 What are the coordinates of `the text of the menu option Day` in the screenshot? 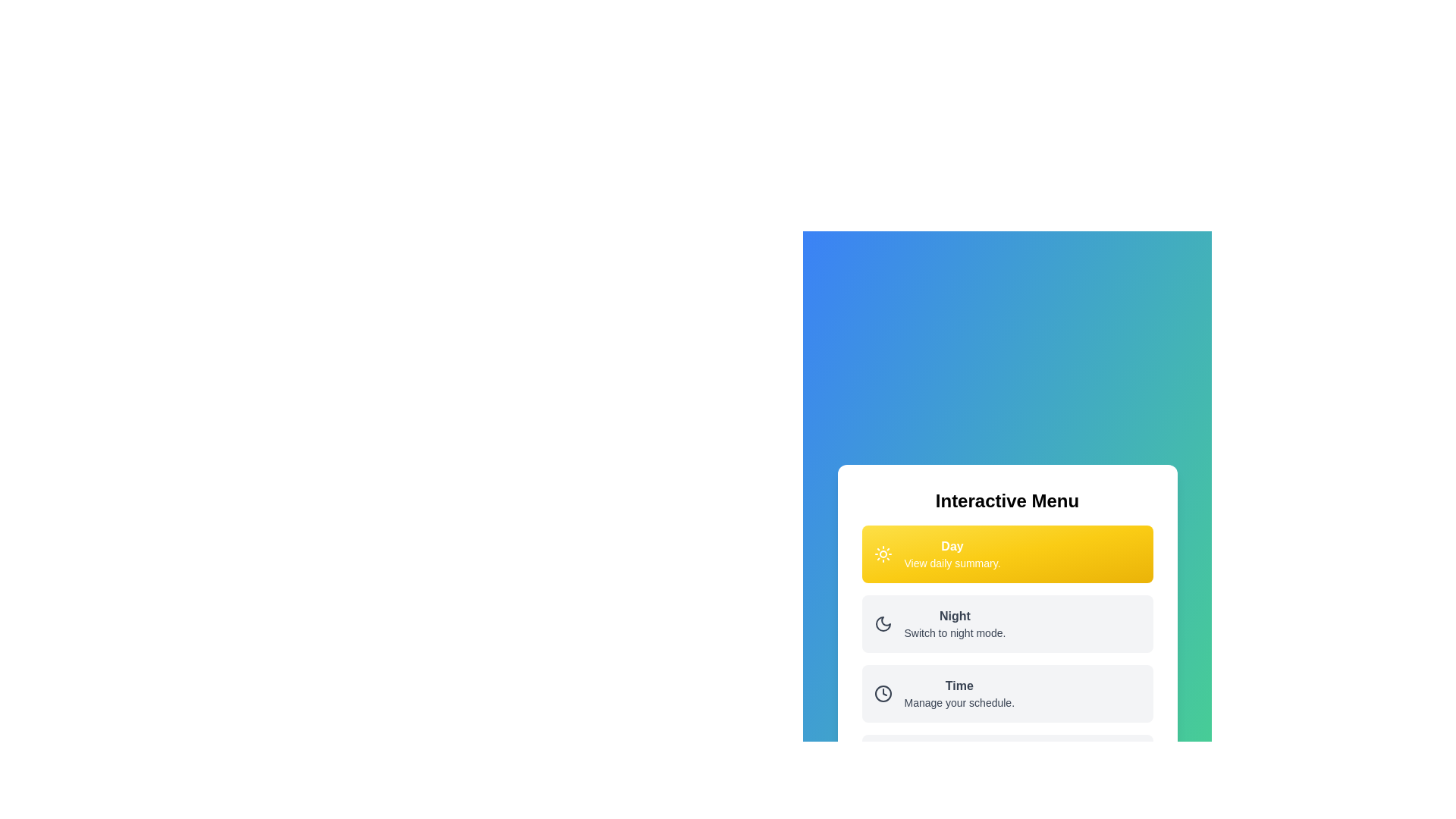 It's located at (952, 554).